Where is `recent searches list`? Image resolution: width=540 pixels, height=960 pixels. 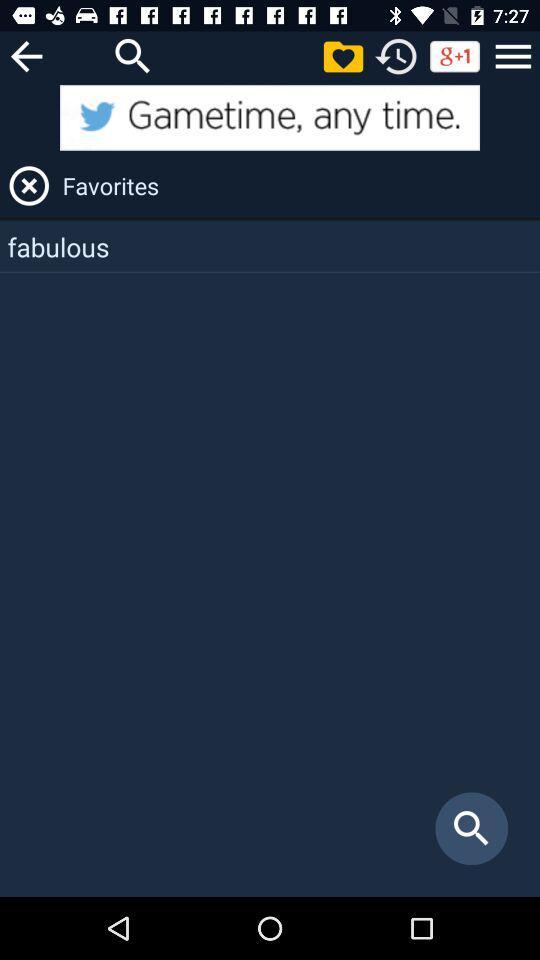
recent searches list is located at coordinates (396, 55).